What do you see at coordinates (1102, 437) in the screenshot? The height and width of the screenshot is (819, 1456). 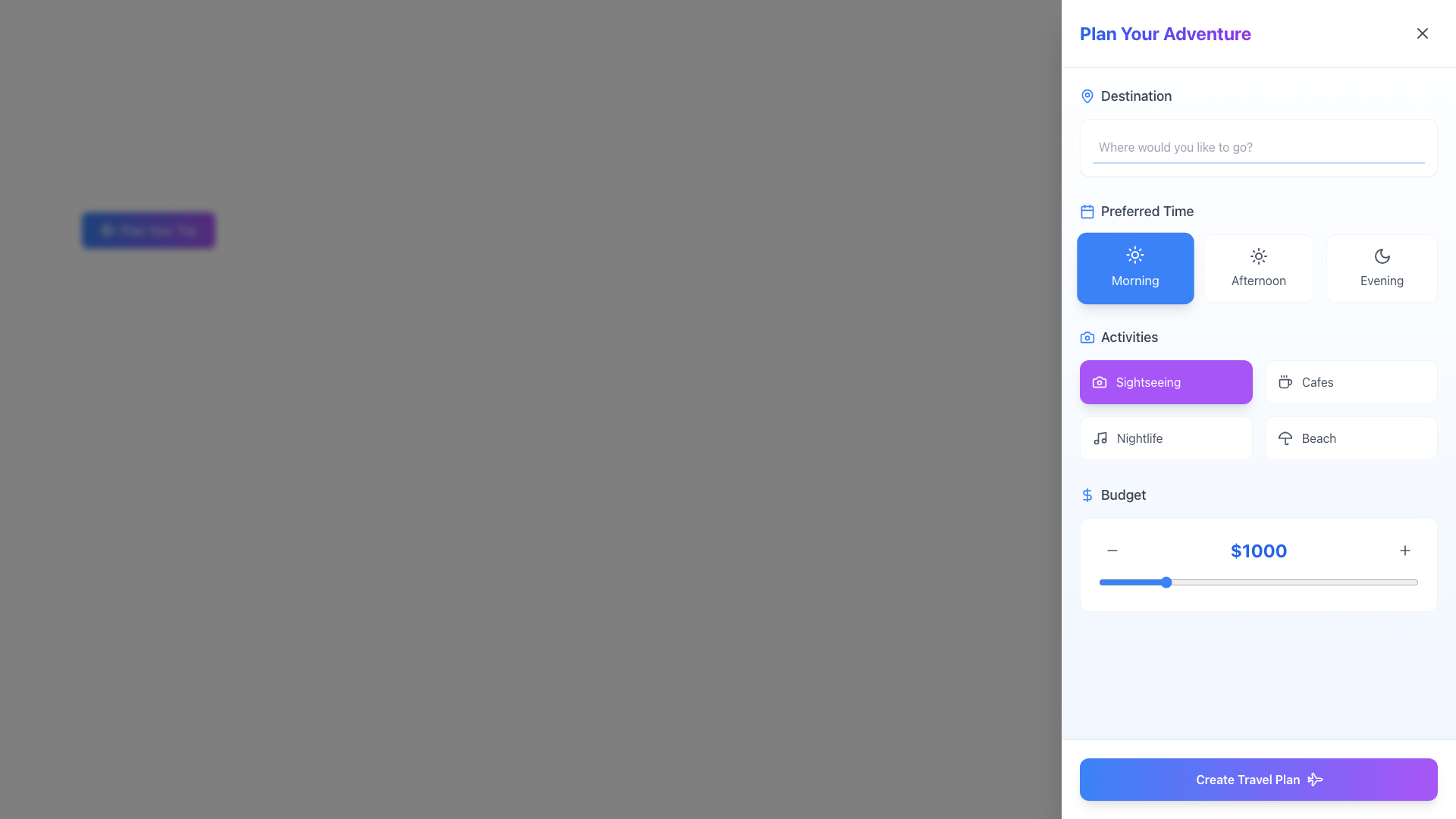 I see `black music-related icon segment located in the right sidebar of the interface within the 'Activities' section for debugging purposes` at bounding box center [1102, 437].